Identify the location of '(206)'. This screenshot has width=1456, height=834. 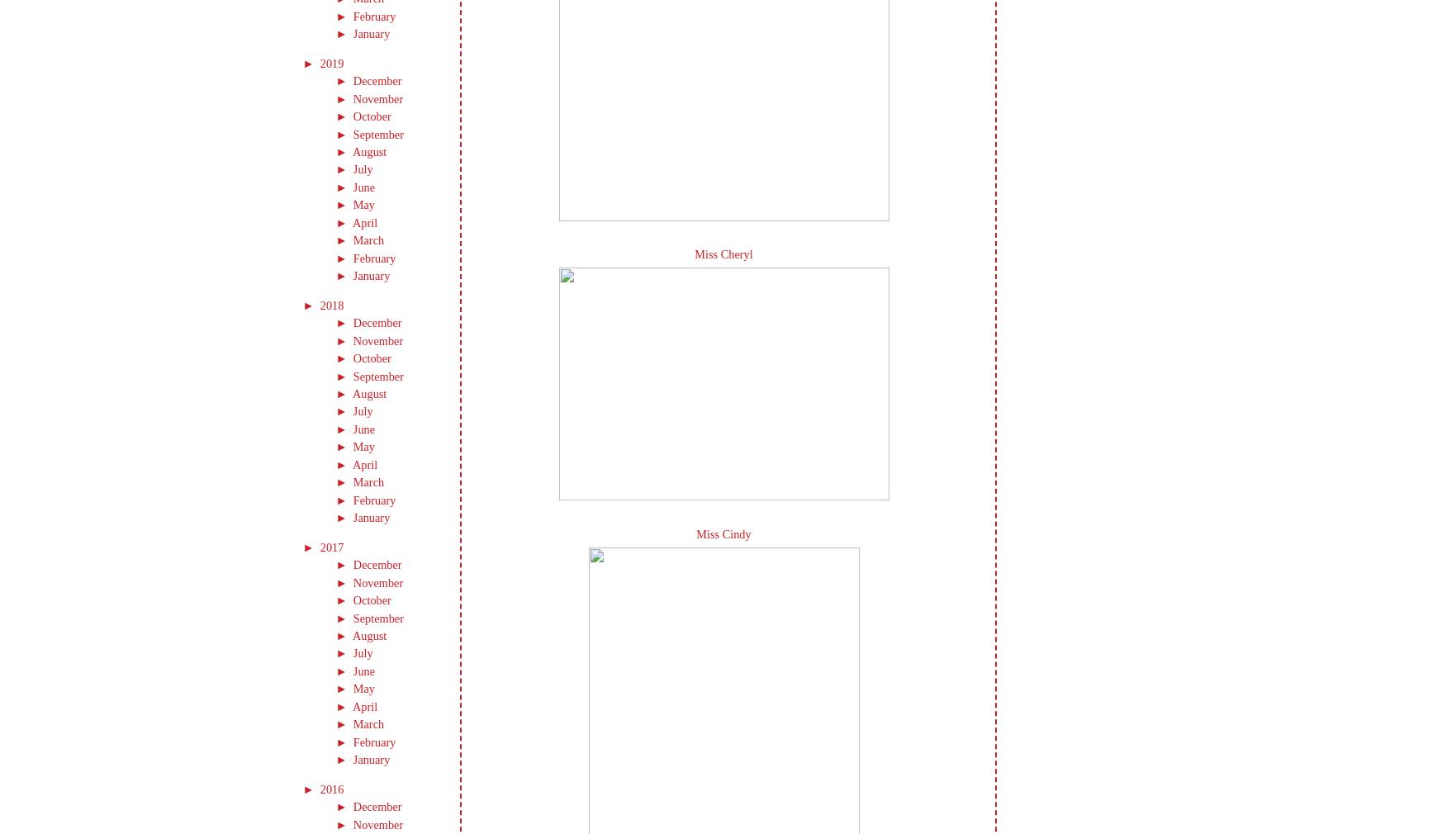
(358, 61).